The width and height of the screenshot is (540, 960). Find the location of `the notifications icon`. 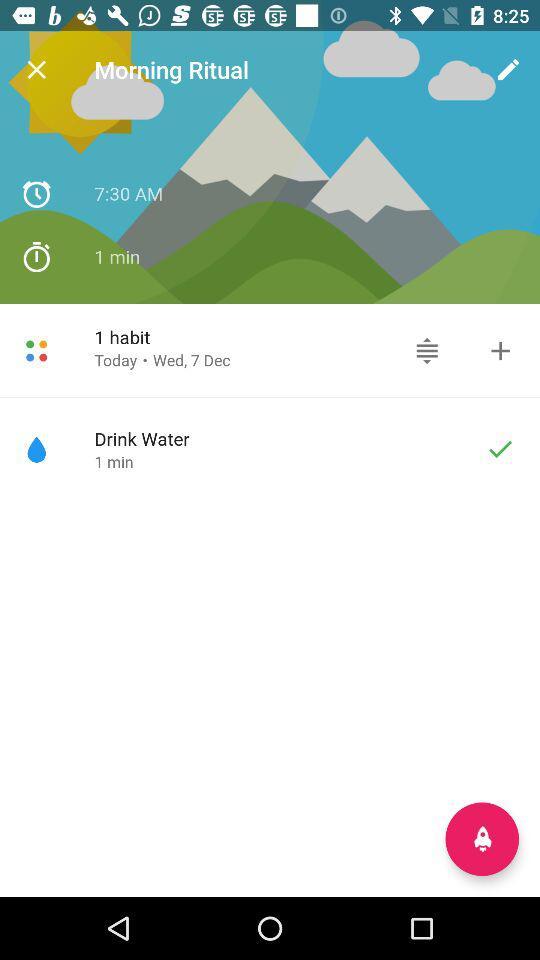

the notifications icon is located at coordinates (481, 839).